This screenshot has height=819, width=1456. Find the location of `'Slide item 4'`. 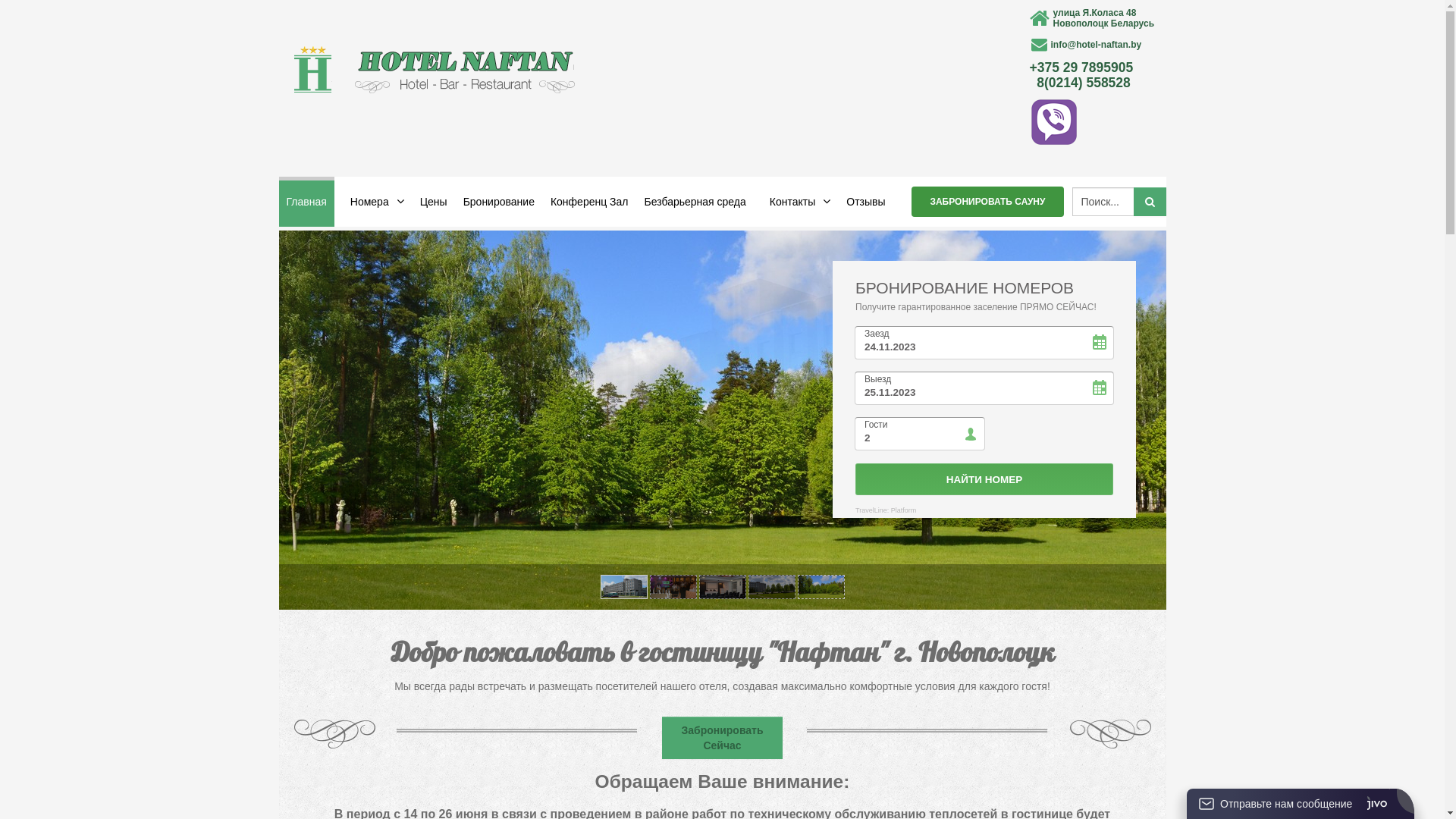

'Slide item 4' is located at coordinates (771, 586).